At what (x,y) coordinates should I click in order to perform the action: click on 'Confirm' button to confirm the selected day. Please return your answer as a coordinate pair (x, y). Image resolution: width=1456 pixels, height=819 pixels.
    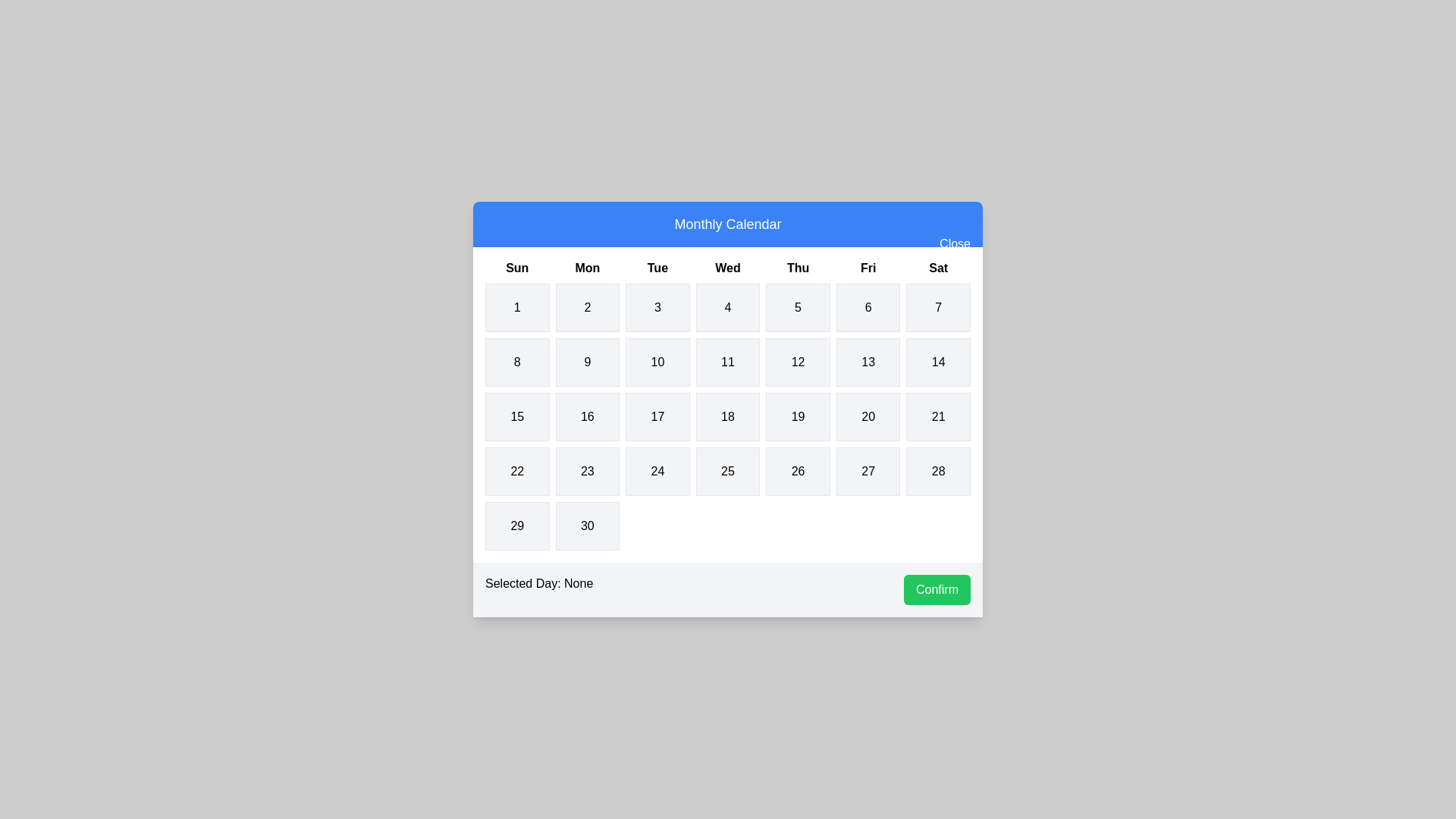
    Looking at the image, I should click on (936, 589).